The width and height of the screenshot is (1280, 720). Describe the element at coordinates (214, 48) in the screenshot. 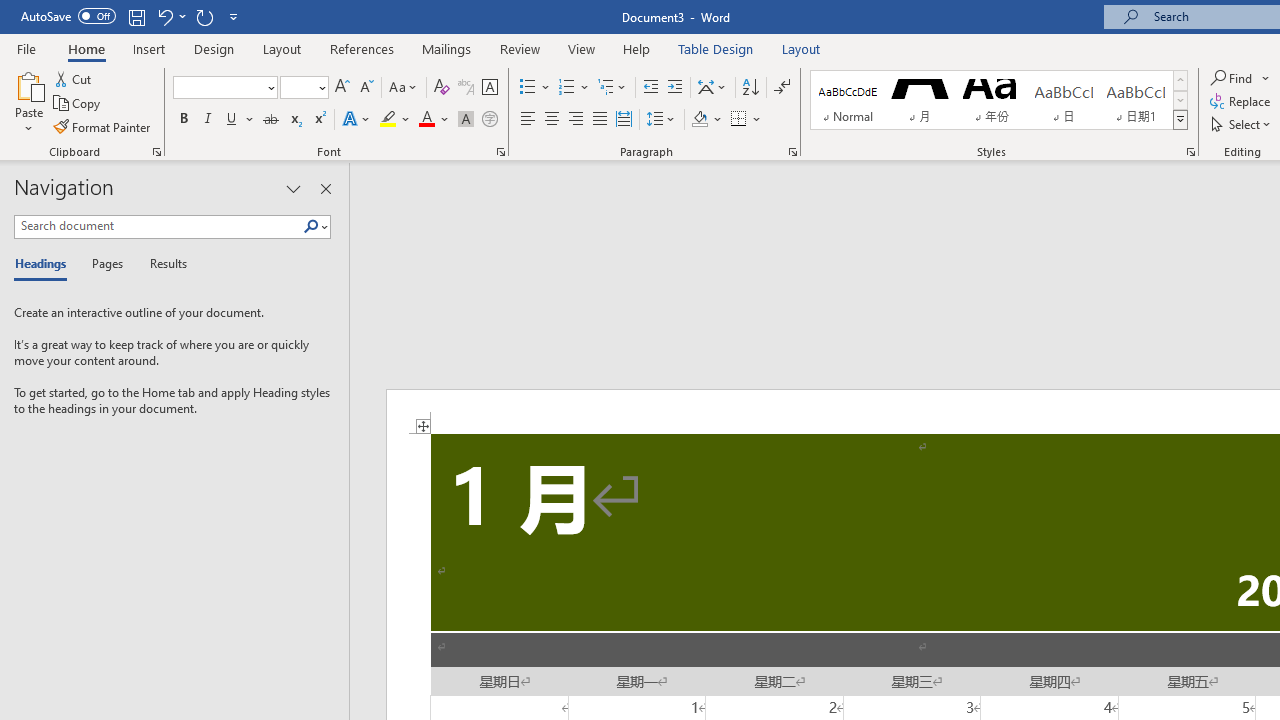

I see `'Design'` at that location.